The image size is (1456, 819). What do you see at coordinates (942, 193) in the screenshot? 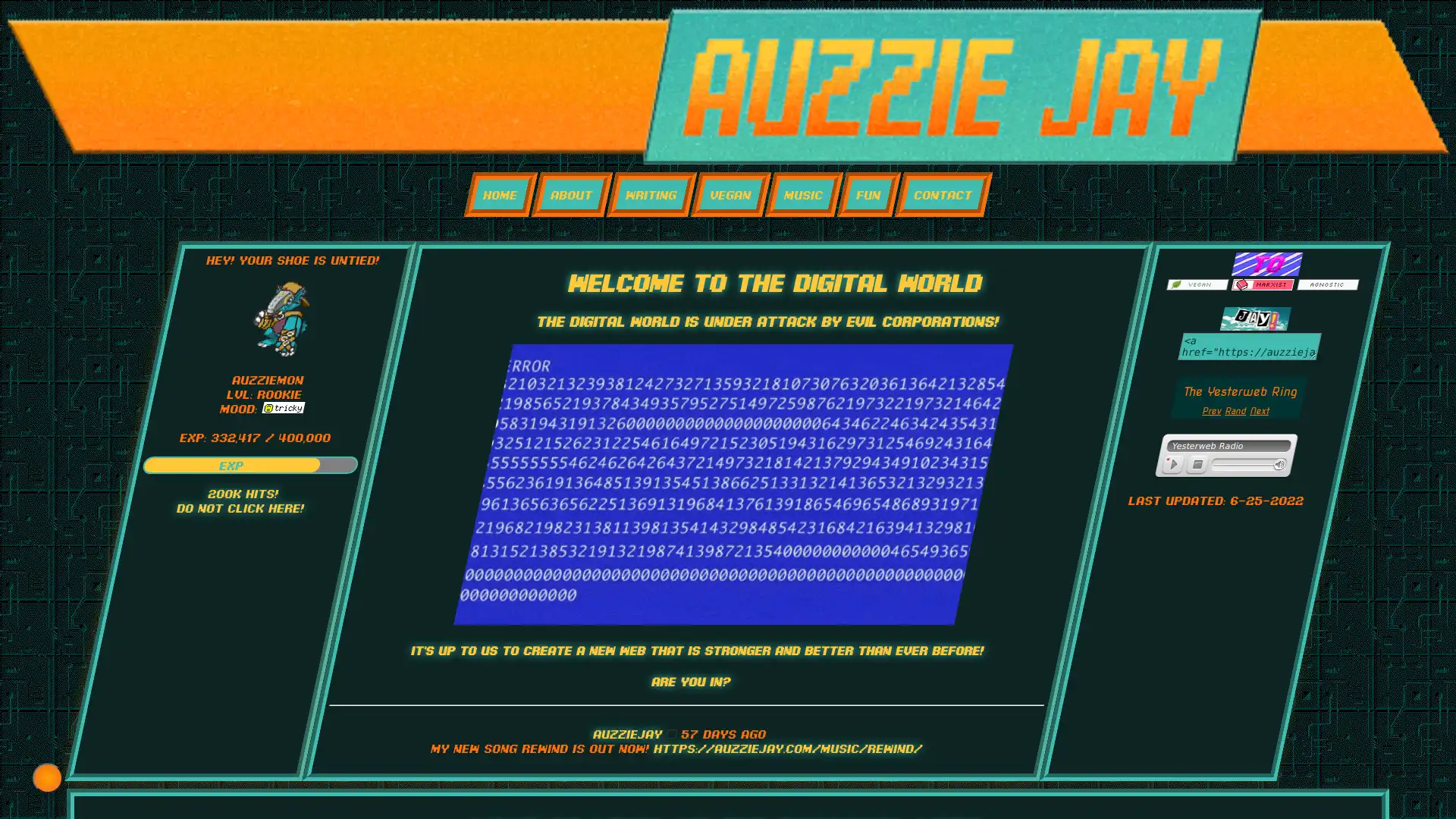
I see `CONTACT` at bounding box center [942, 193].